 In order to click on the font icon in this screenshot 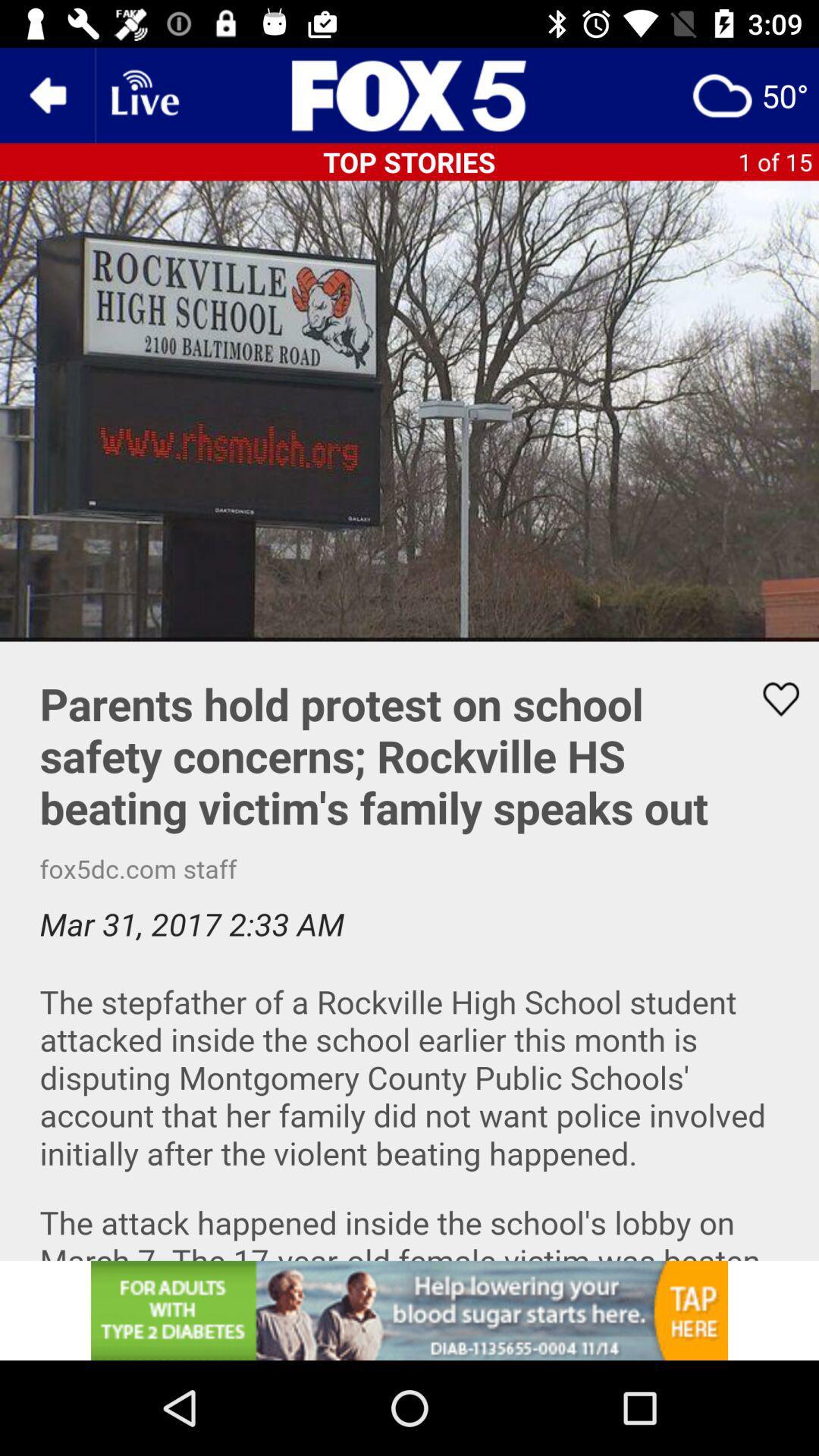, I will do `click(409, 94)`.